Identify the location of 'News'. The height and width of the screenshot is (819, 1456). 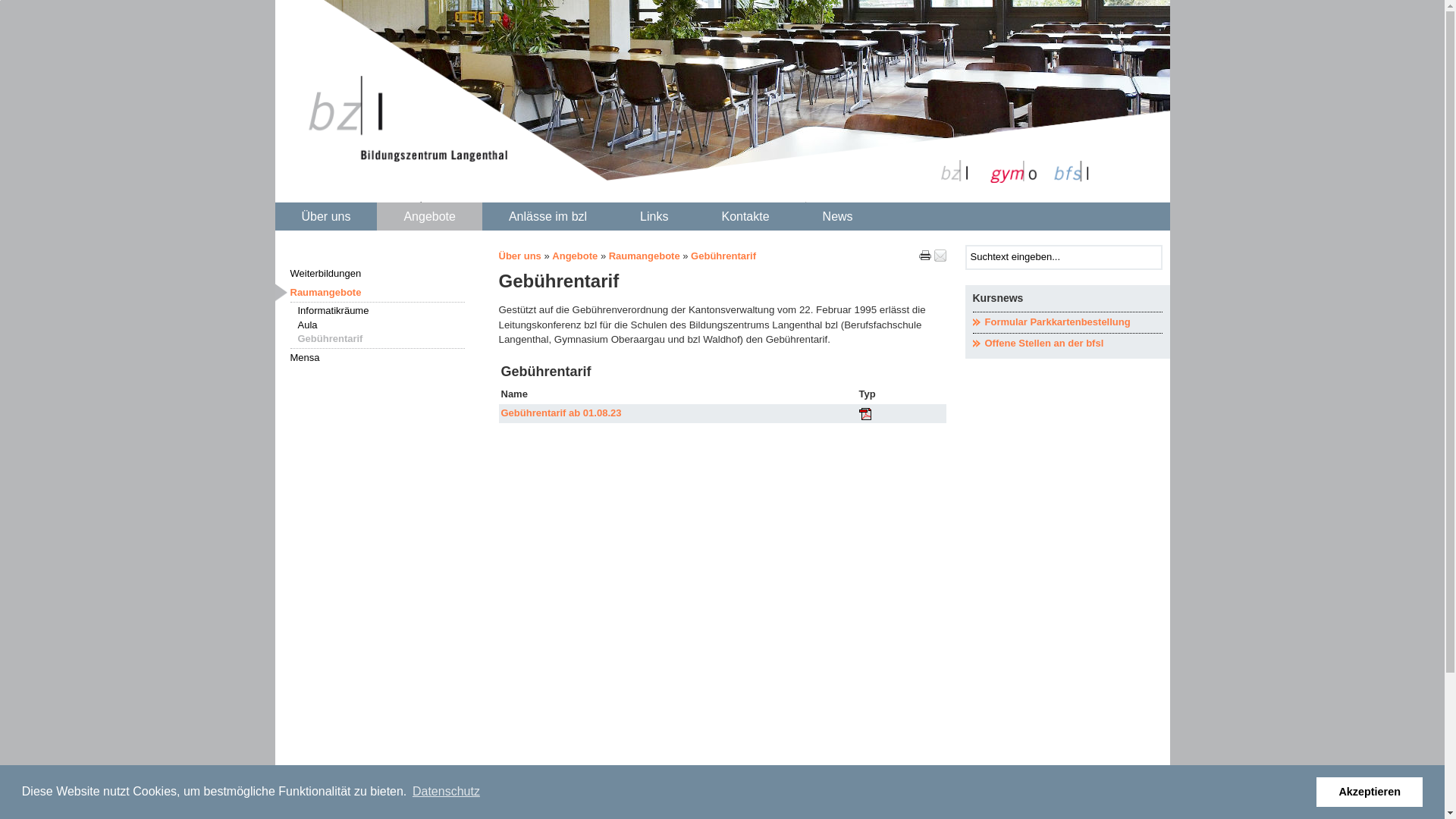
(836, 217).